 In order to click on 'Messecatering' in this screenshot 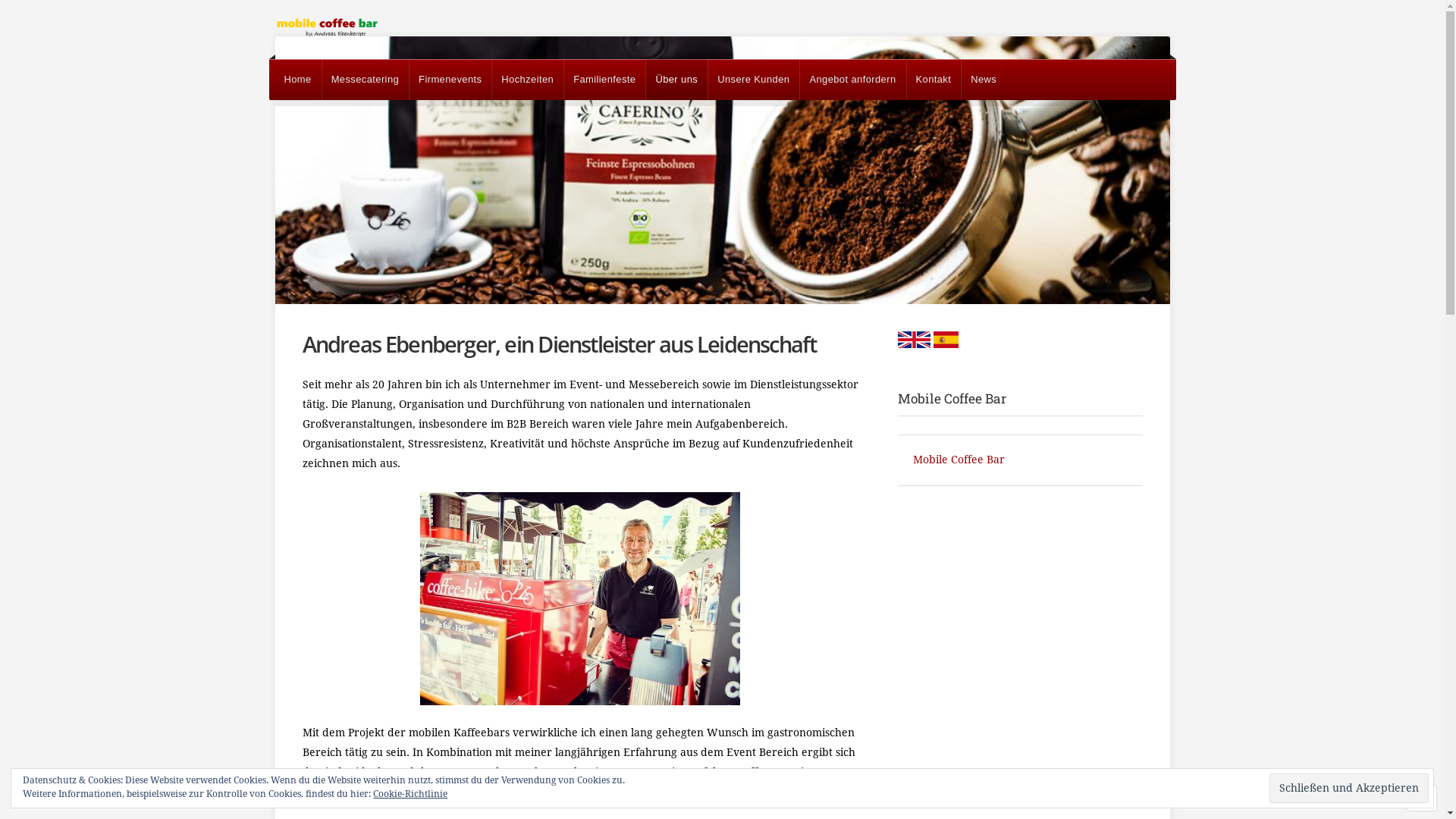, I will do `click(365, 79)`.